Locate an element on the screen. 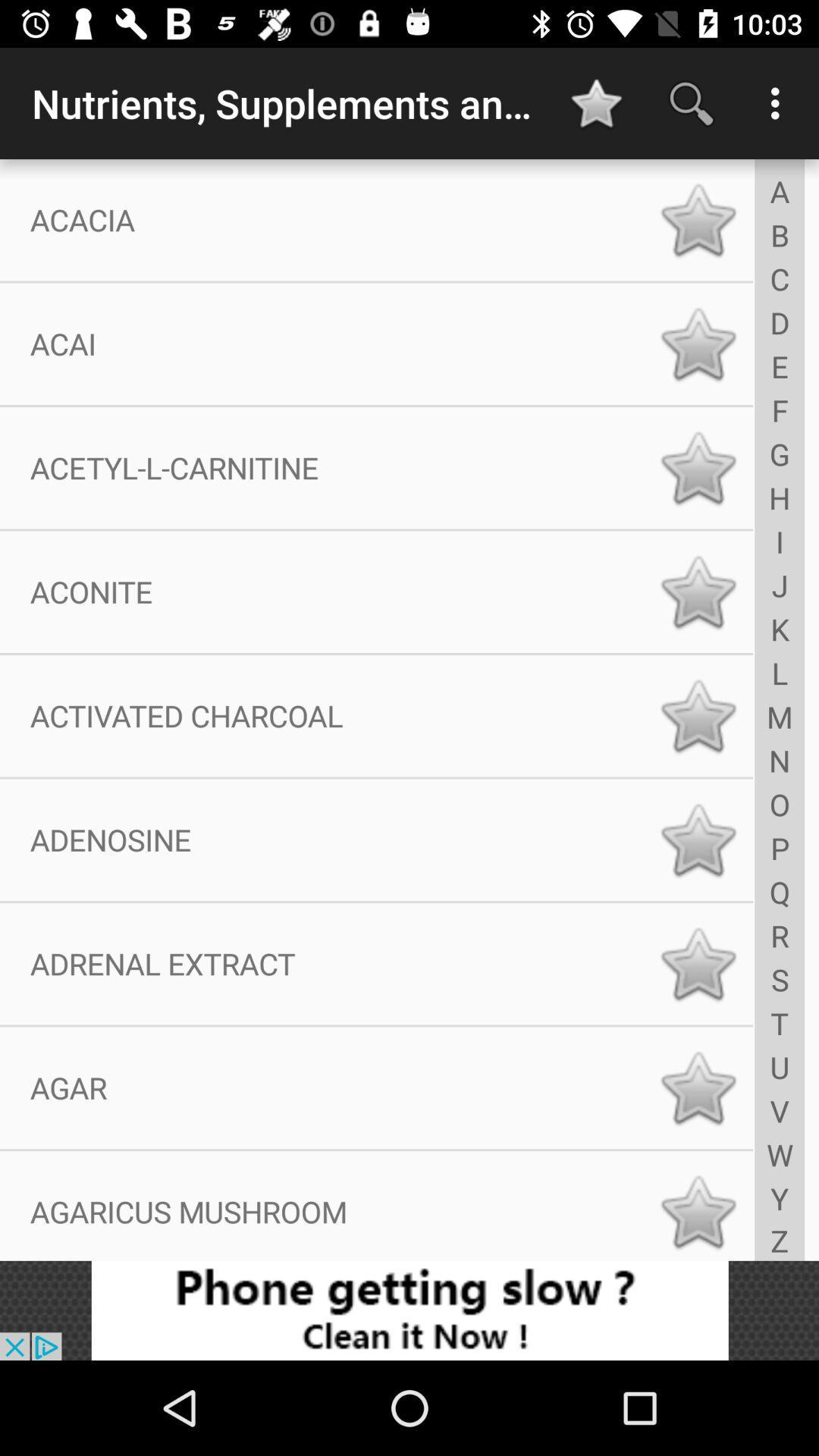  favorite is located at coordinates (698, 715).